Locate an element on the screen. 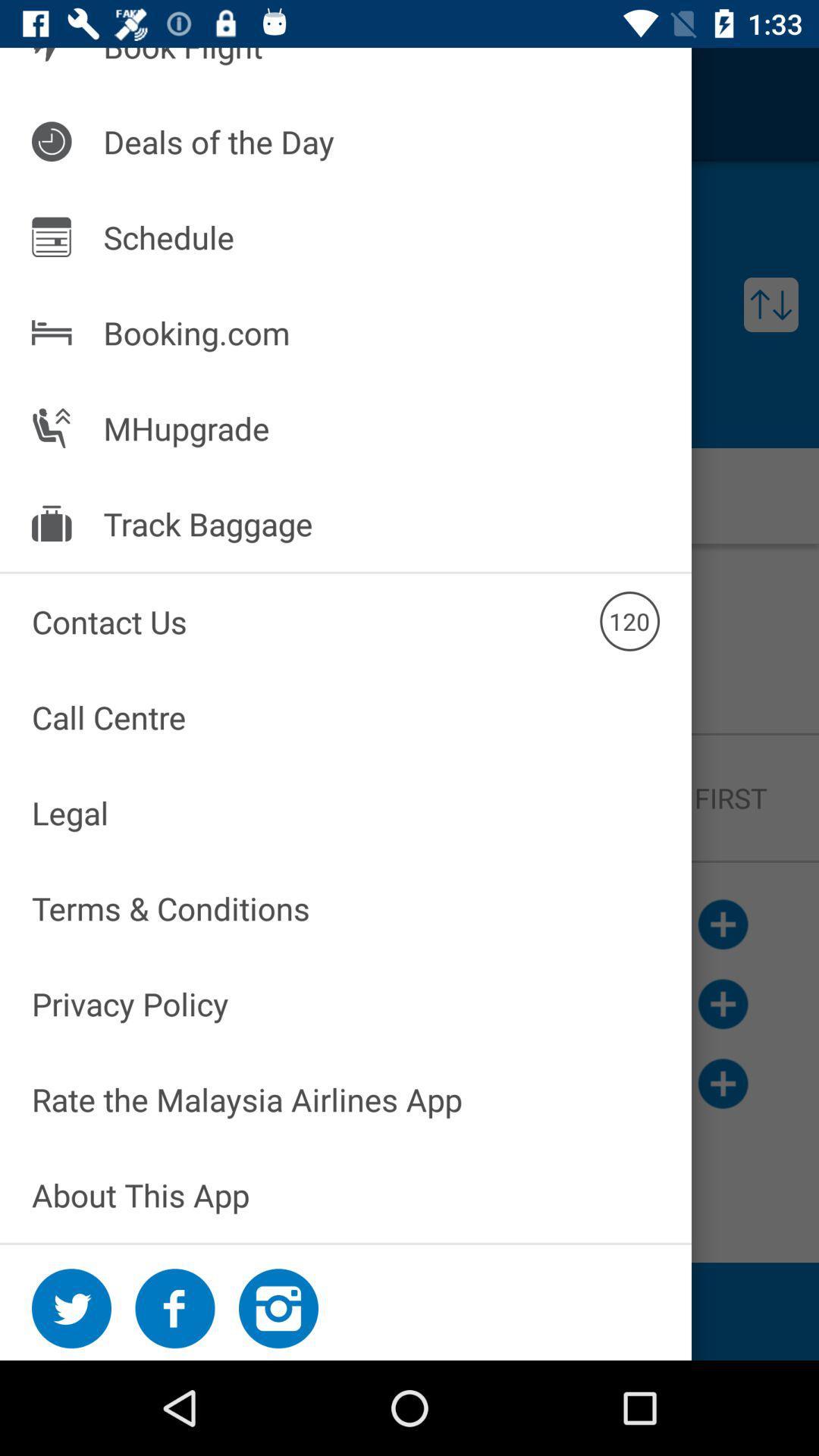 Image resolution: width=819 pixels, height=1456 pixels. the add icon is located at coordinates (722, 1083).